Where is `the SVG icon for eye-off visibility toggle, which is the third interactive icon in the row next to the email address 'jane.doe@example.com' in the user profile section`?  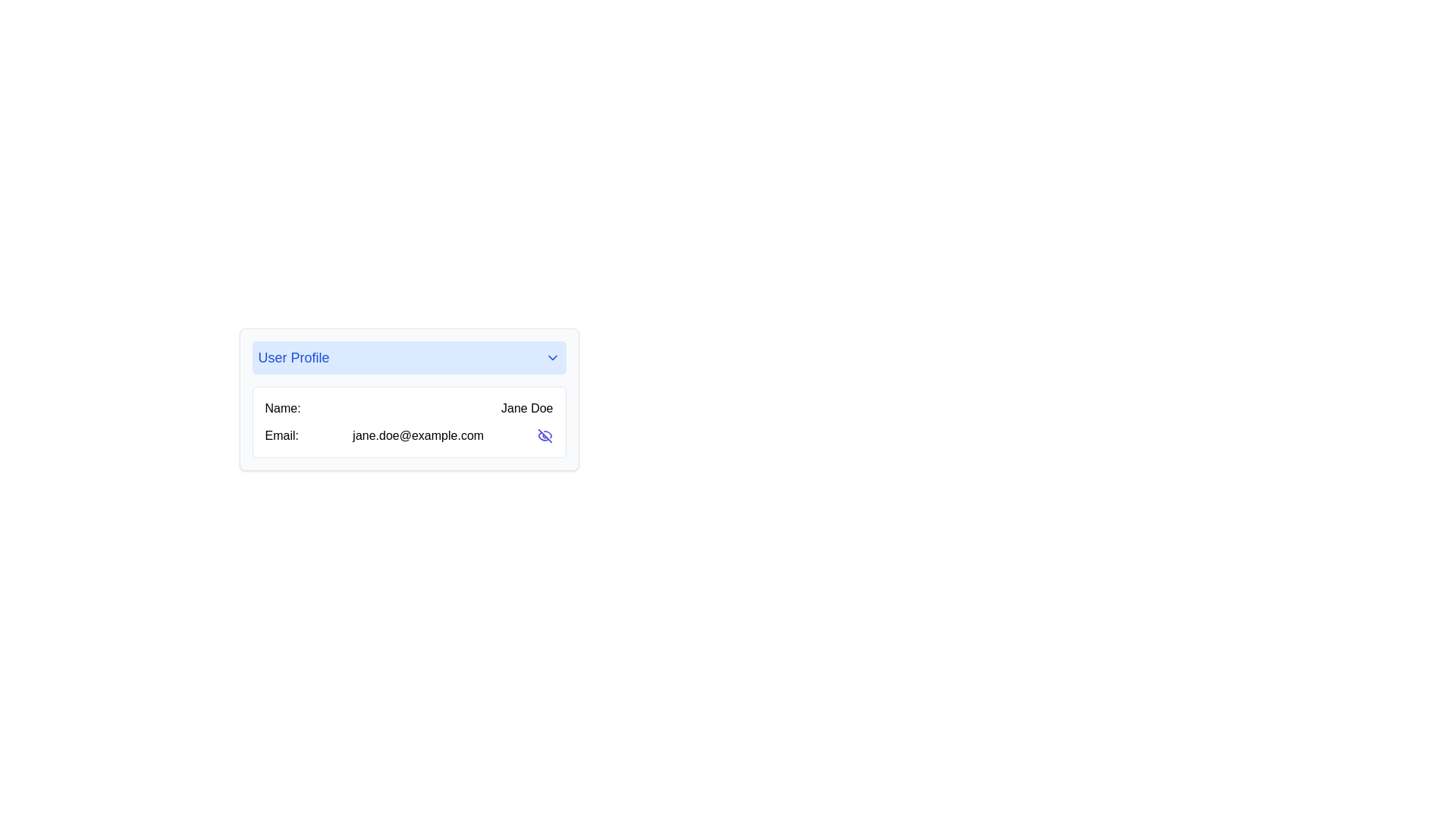
the SVG icon for eye-off visibility toggle, which is the third interactive icon in the row next to the email address 'jane.doe@example.com' in the user profile section is located at coordinates (545, 435).